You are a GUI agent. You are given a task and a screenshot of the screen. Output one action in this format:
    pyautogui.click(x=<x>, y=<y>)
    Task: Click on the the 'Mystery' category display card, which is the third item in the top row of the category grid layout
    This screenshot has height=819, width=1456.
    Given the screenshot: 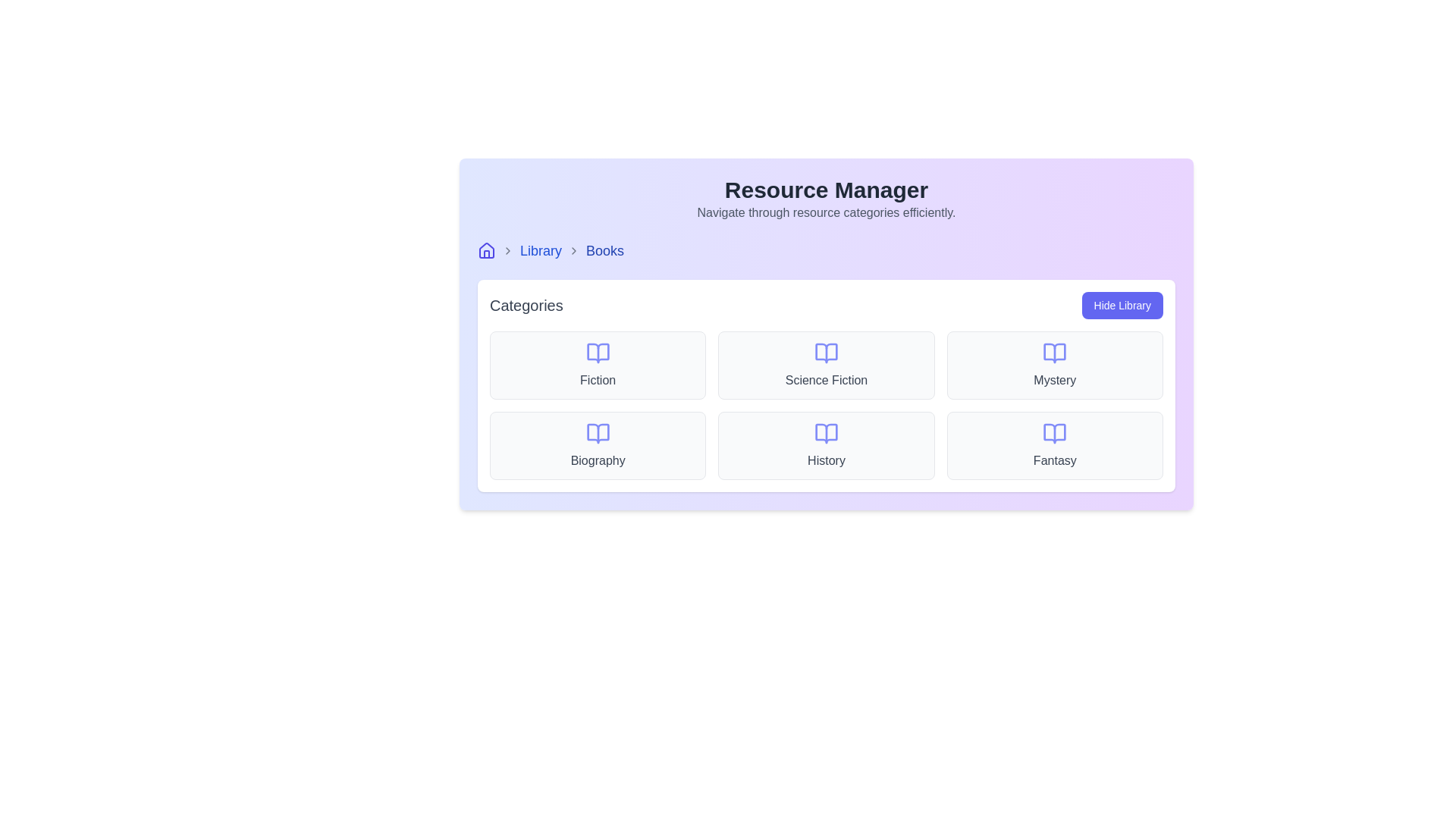 What is the action you would take?
    pyautogui.click(x=1054, y=366)
    